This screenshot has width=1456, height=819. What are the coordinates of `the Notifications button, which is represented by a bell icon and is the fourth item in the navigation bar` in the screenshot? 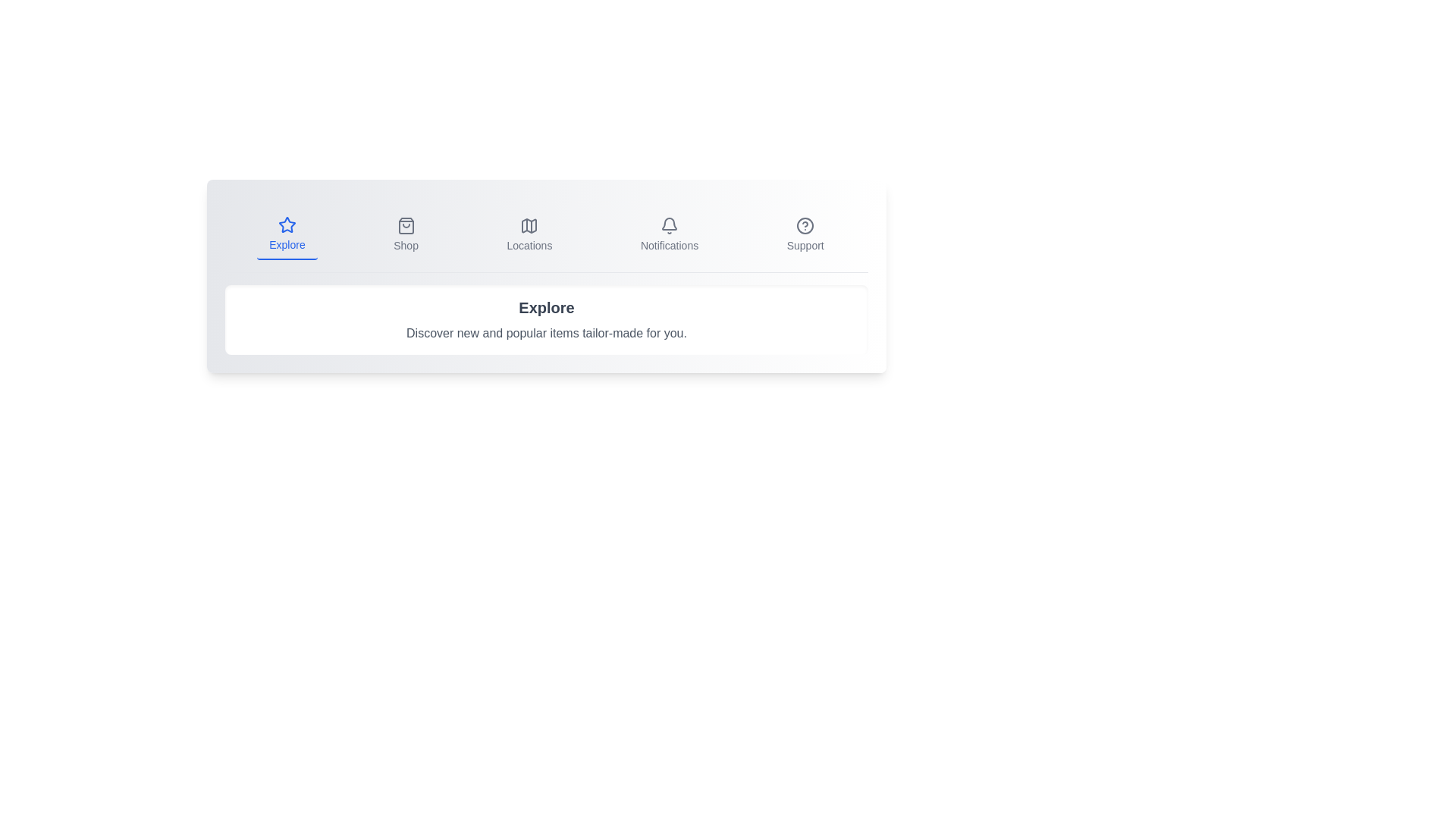 It's located at (669, 234).